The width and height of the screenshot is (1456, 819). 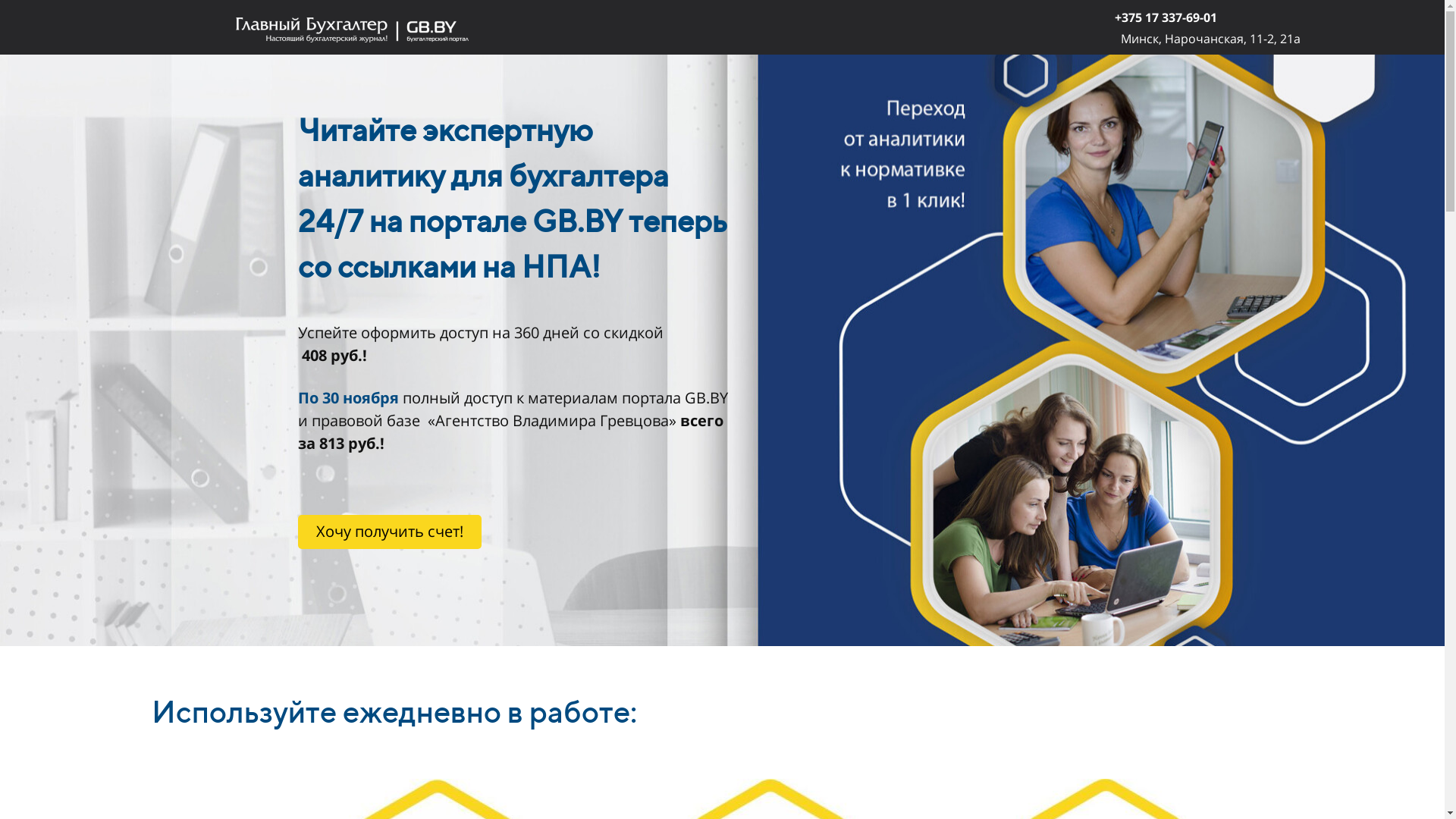 What do you see at coordinates (1114, 17) in the screenshot?
I see `'+375 17 337-69-01'` at bounding box center [1114, 17].